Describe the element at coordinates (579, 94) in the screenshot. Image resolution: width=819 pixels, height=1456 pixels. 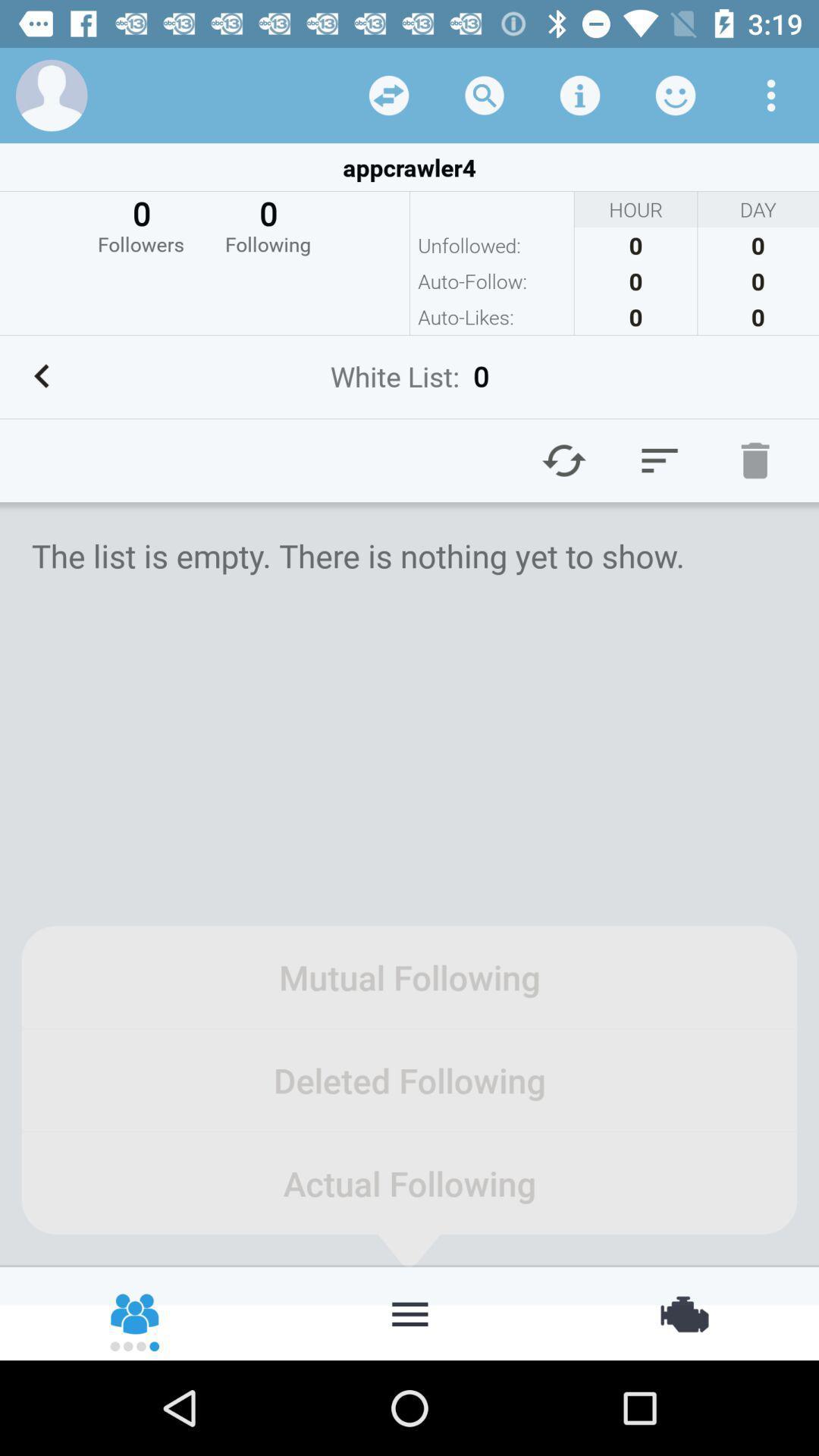
I see `save` at that location.